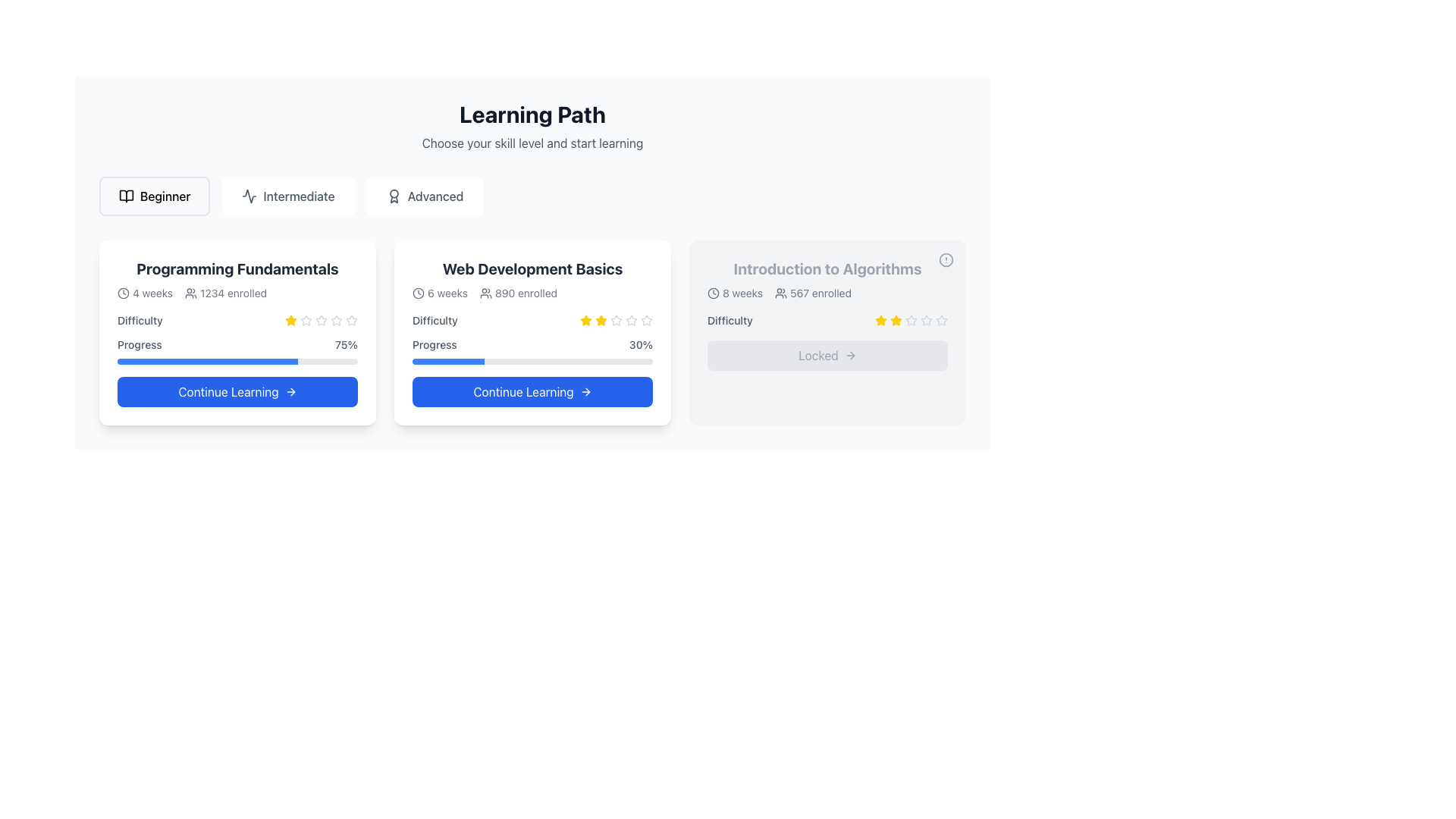 This screenshot has width=1456, height=819. Describe the element at coordinates (140, 345) in the screenshot. I see `the 'Progress' text label, which displays the word 'Progress' in gray color, positioned within the 'Programming Fundamentals' section and aligned horizontally with '75%'` at that location.